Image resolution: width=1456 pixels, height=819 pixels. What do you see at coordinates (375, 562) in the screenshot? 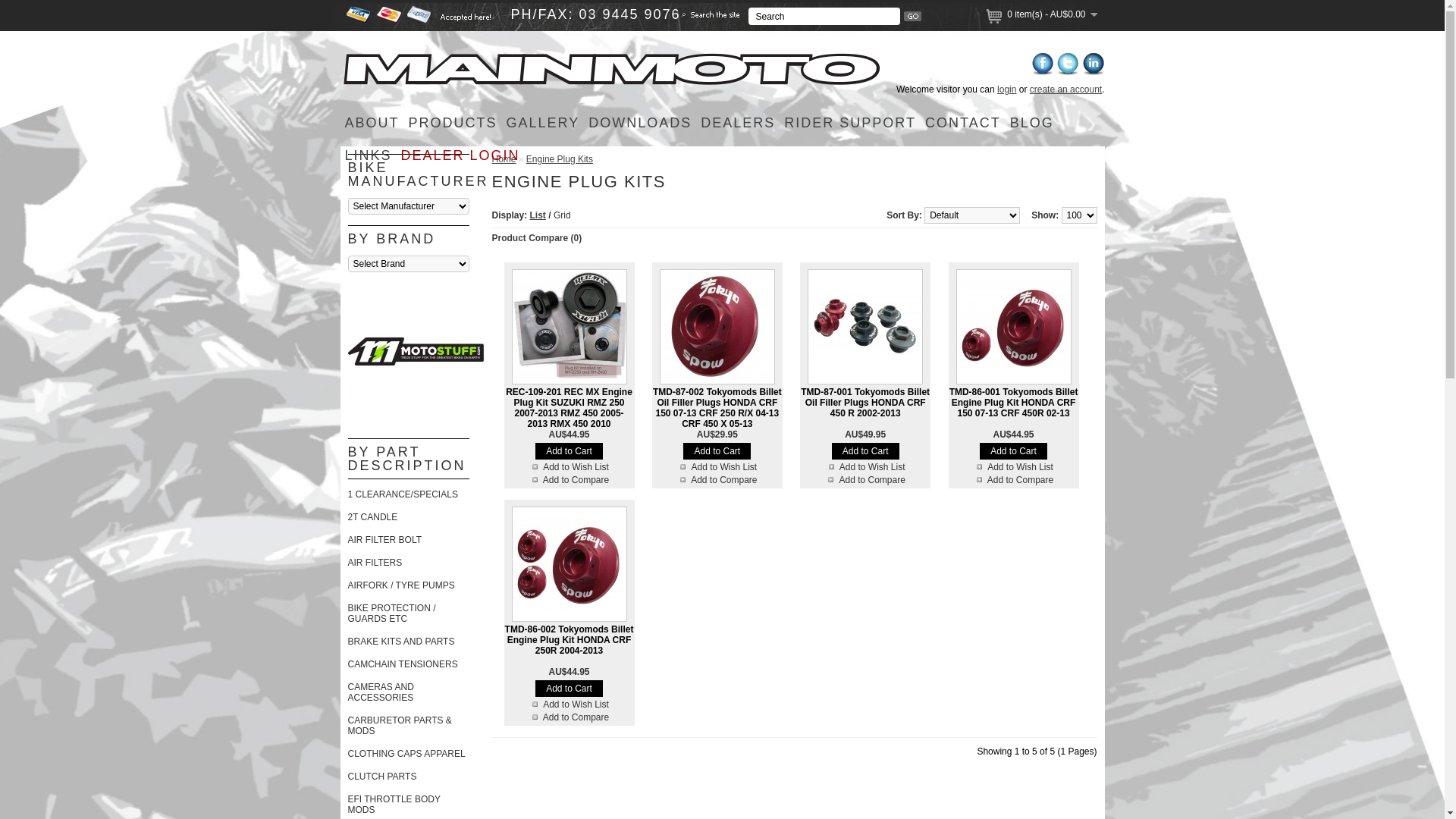
I see `'AIR FILTERS'` at bounding box center [375, 562].